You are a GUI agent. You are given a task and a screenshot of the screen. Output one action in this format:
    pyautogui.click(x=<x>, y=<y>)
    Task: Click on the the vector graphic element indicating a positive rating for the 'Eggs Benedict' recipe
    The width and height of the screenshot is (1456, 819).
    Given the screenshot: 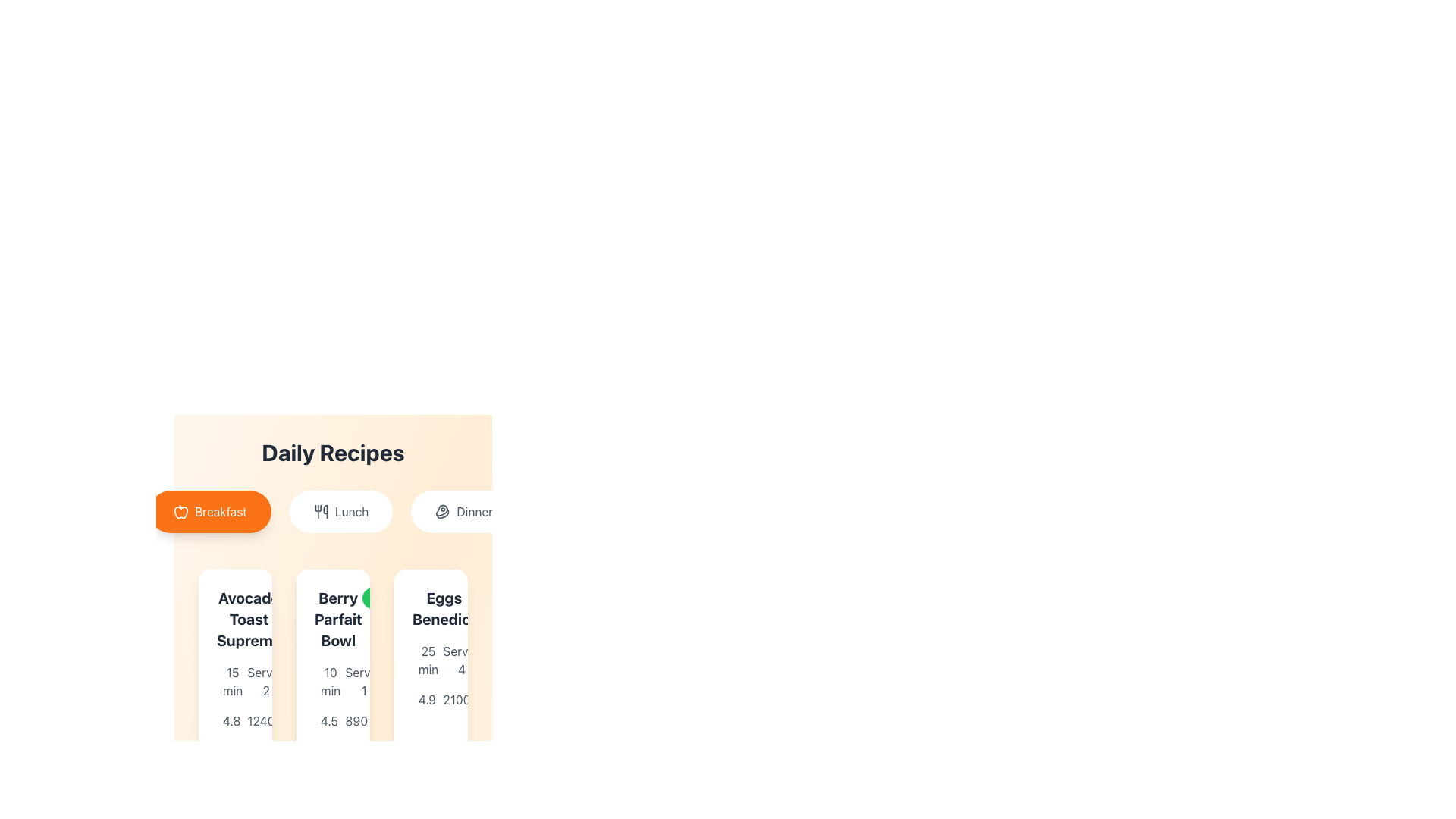 What is the action you would take?
    pyautogui.click(x=445, y=701)
    